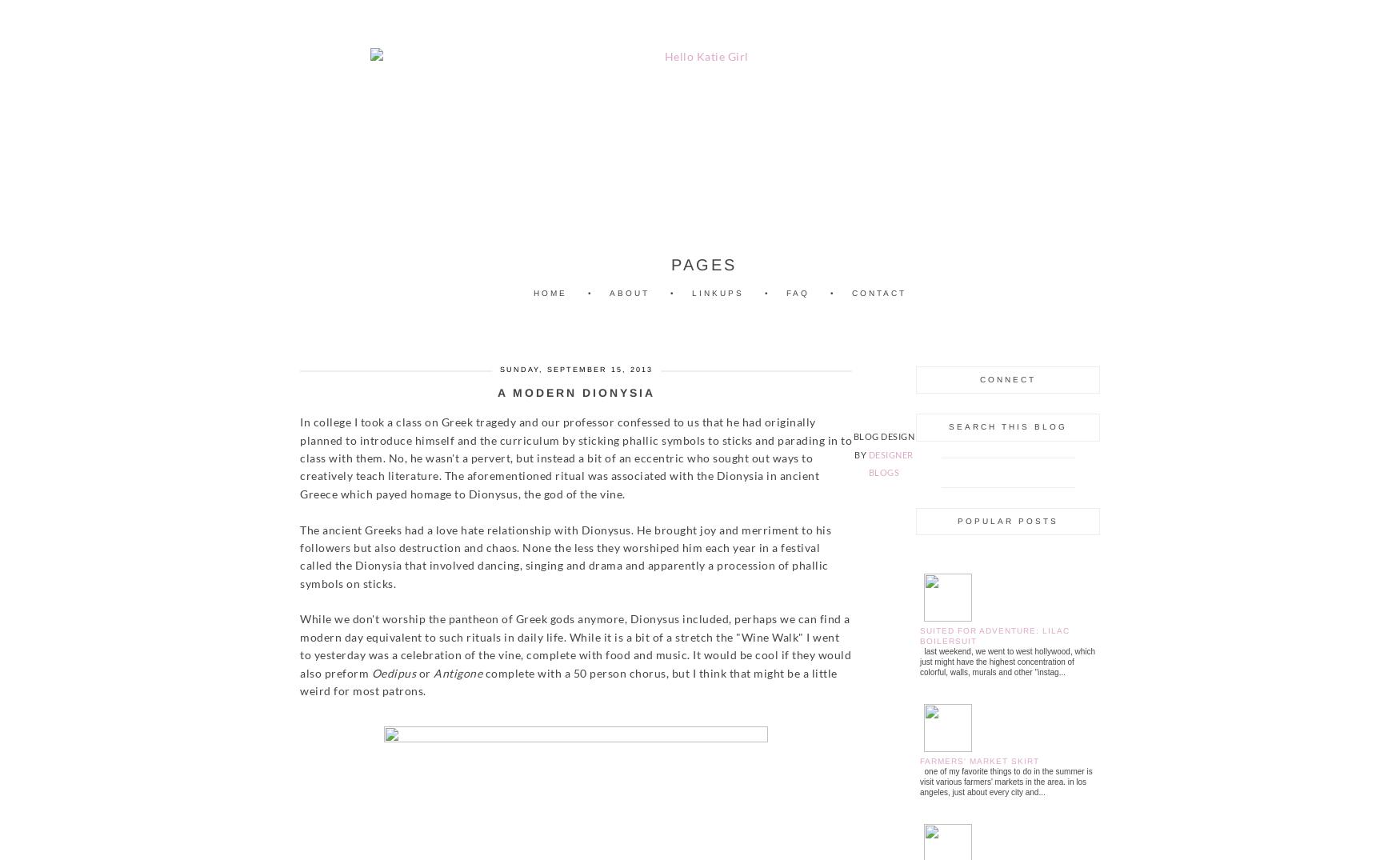 Image resolution: width=1400 pixels, height=860 pixels. What do you see at coordinates (568, 682) in the screenshot?
I see `'complete with a 50 person chorus, but I think that might be a little weird for most patrons.'` at bounding box center [568, 682].